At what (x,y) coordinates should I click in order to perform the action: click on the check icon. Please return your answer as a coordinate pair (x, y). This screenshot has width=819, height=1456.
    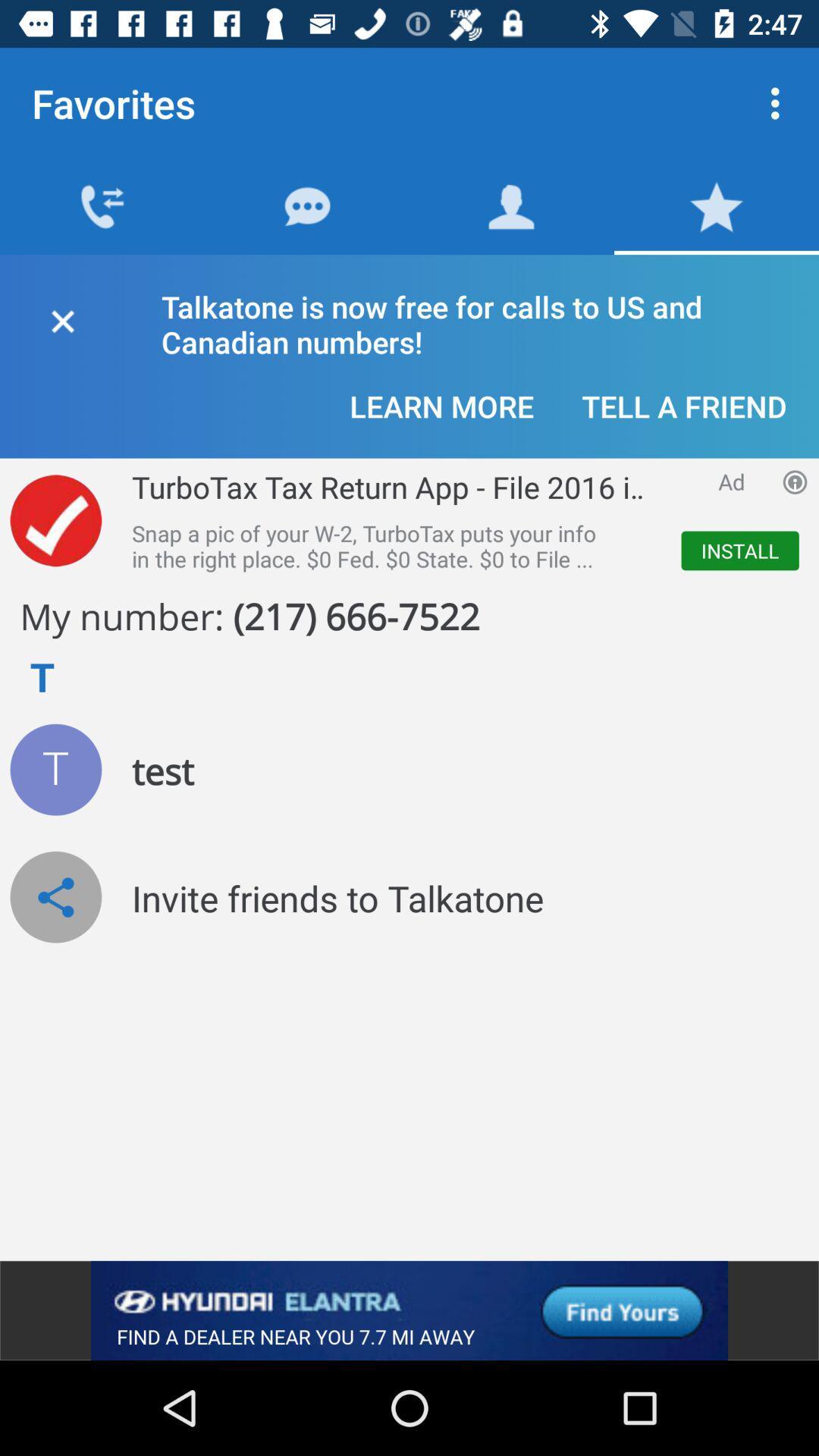
    Looking at the image, I should click on (55, 520).